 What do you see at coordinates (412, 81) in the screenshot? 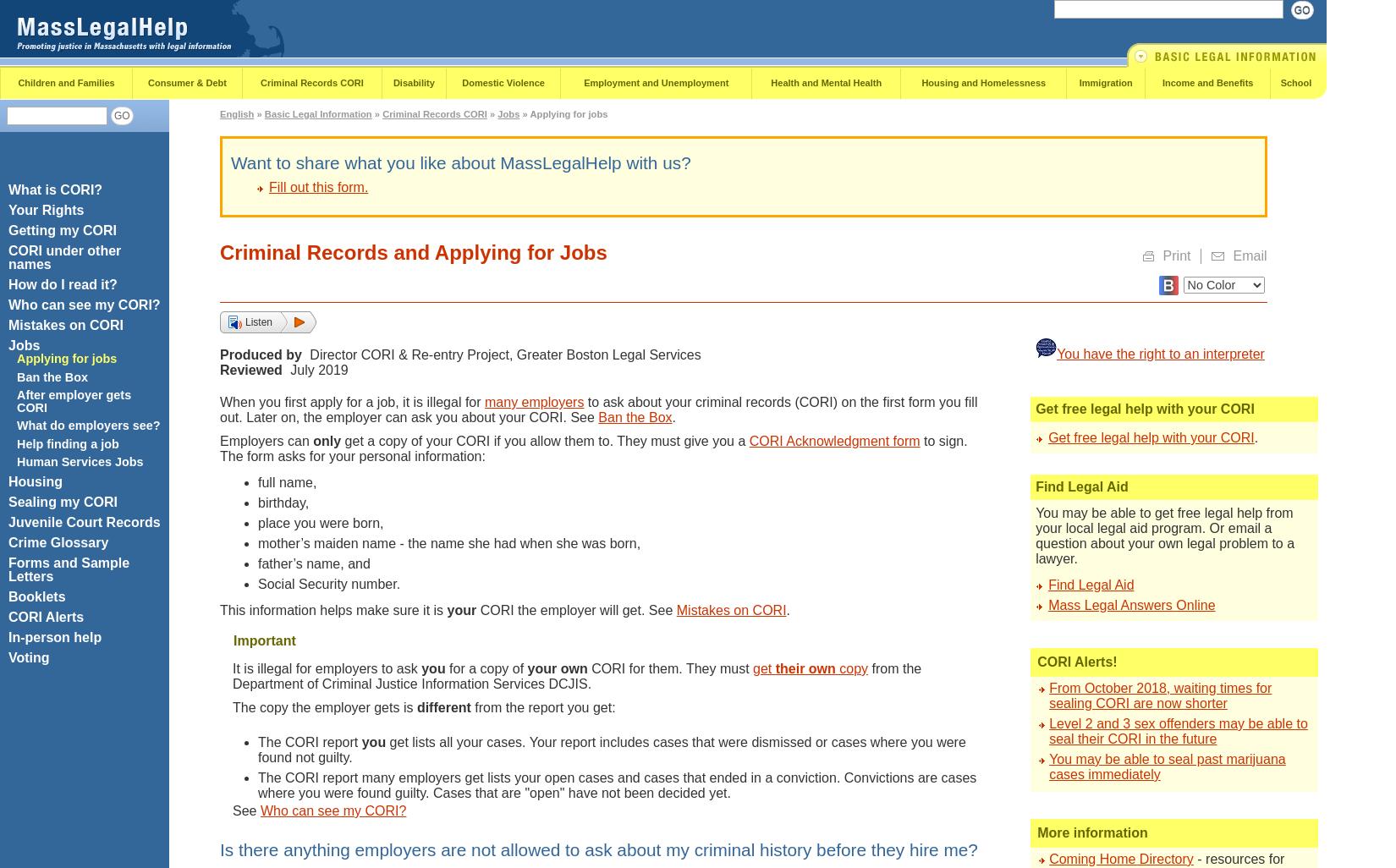
I see `'Disability'` at bounding box center [412, 81].